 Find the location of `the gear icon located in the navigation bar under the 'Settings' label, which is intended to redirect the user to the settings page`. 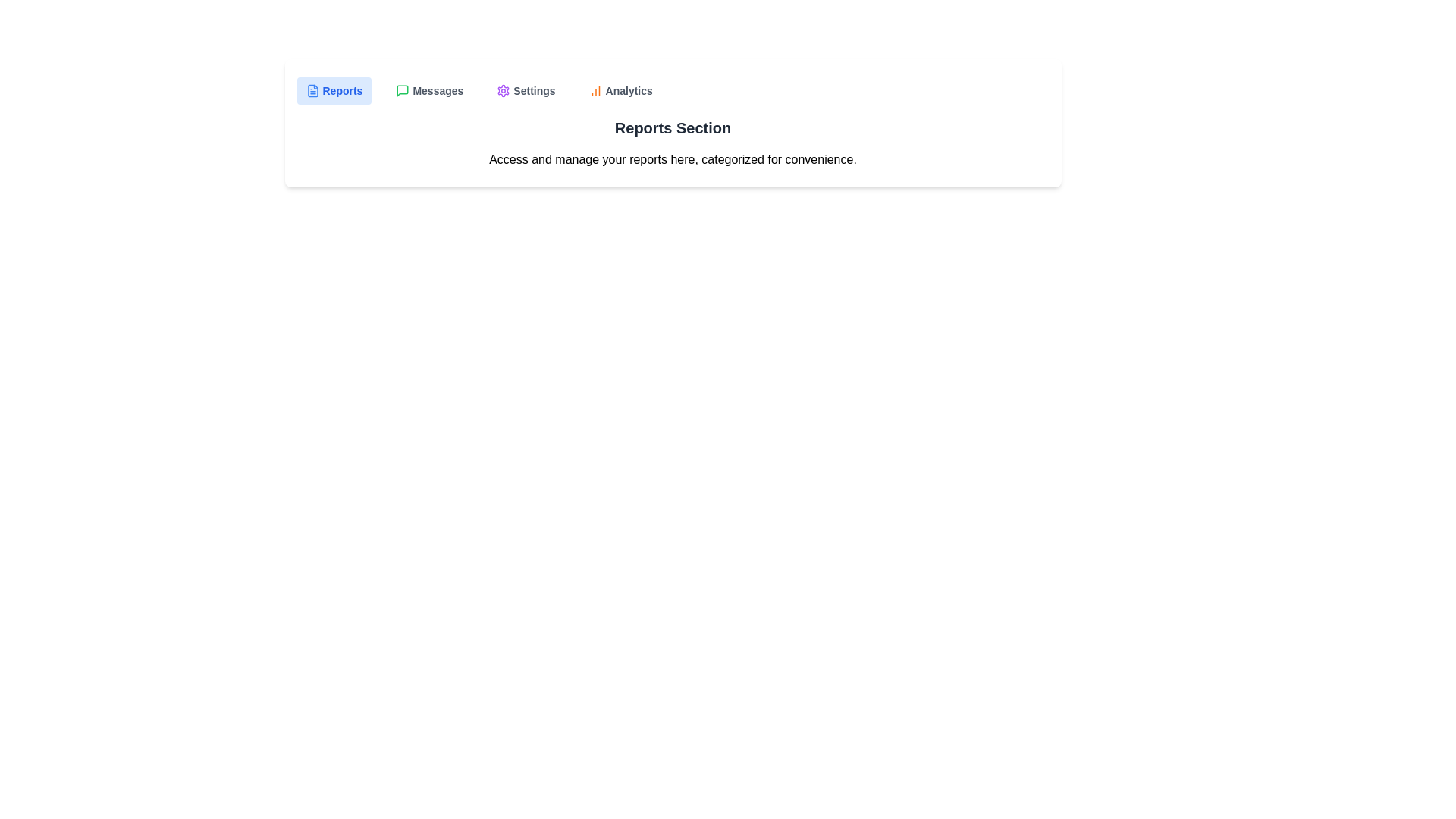

the gear icon located in the navigation bar under the 'Settings' label, which is intended to redirect the user to the settings page is located at coordinates (504, 90).